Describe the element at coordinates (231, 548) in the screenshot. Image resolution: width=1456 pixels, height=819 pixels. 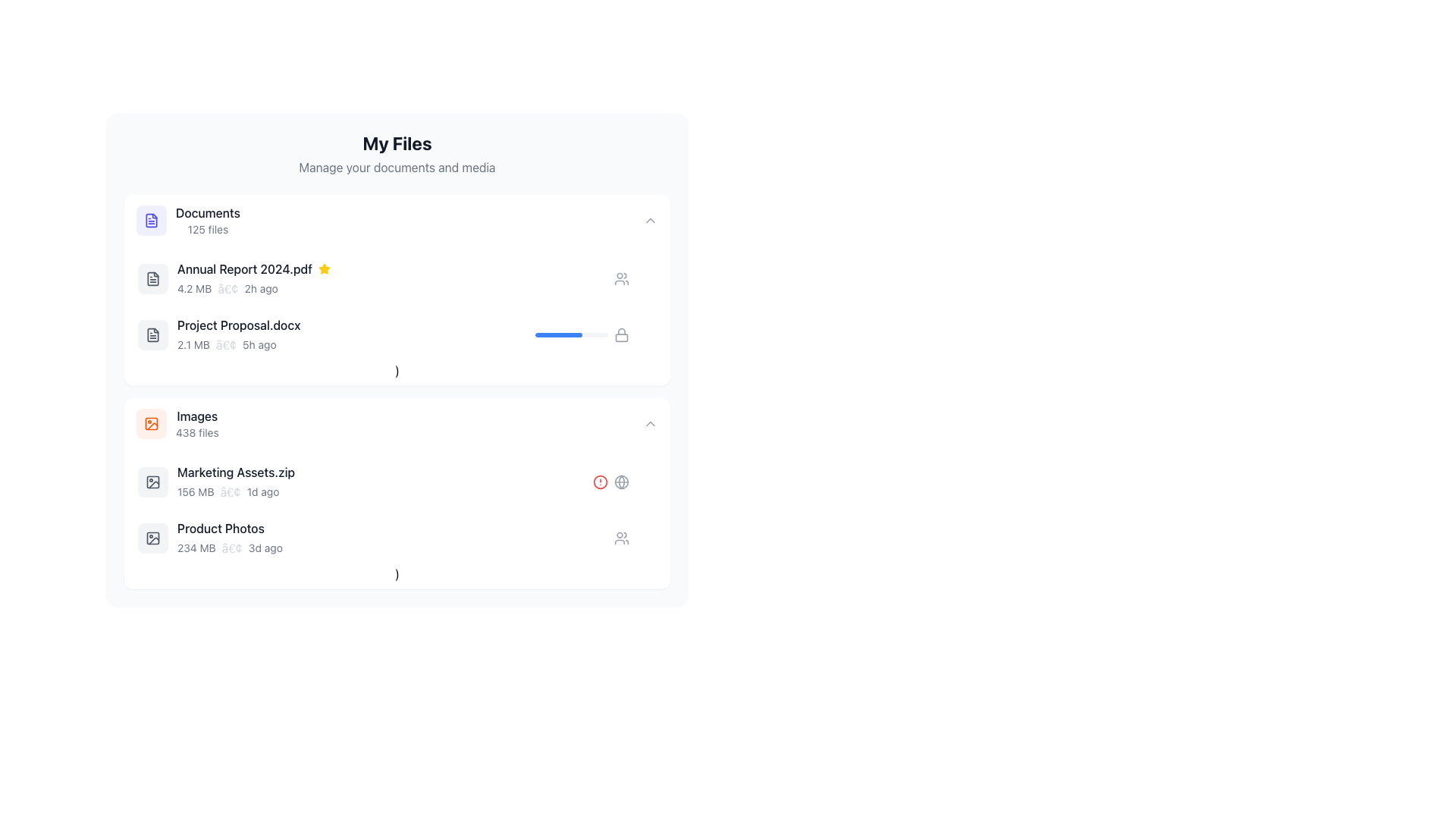
I see `the middle dot '•' icon located between '234 MB' and '3d ago' in the third list item of the 'Images' section` at that location.